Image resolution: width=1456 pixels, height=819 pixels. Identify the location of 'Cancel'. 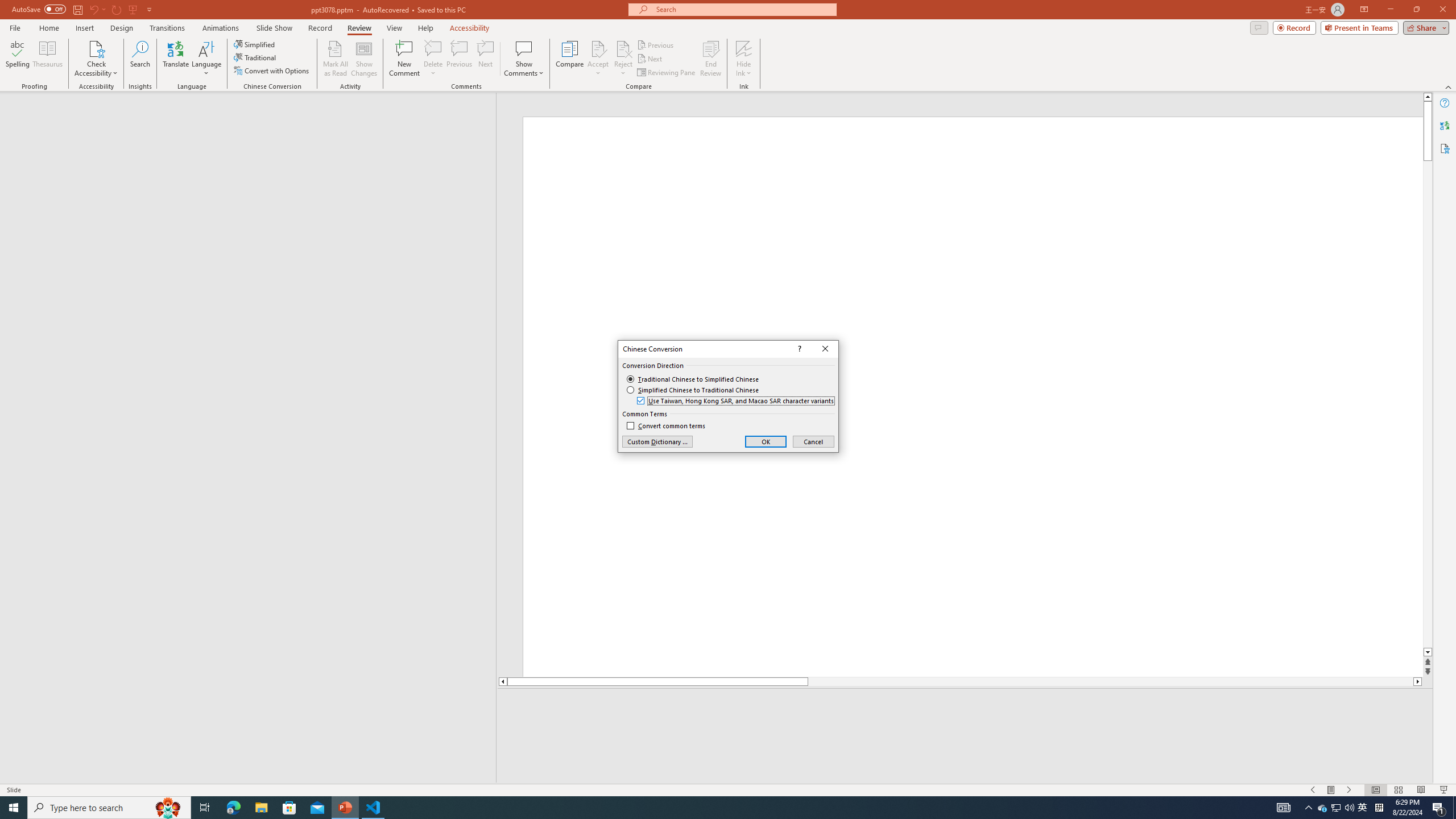
(812, 441).